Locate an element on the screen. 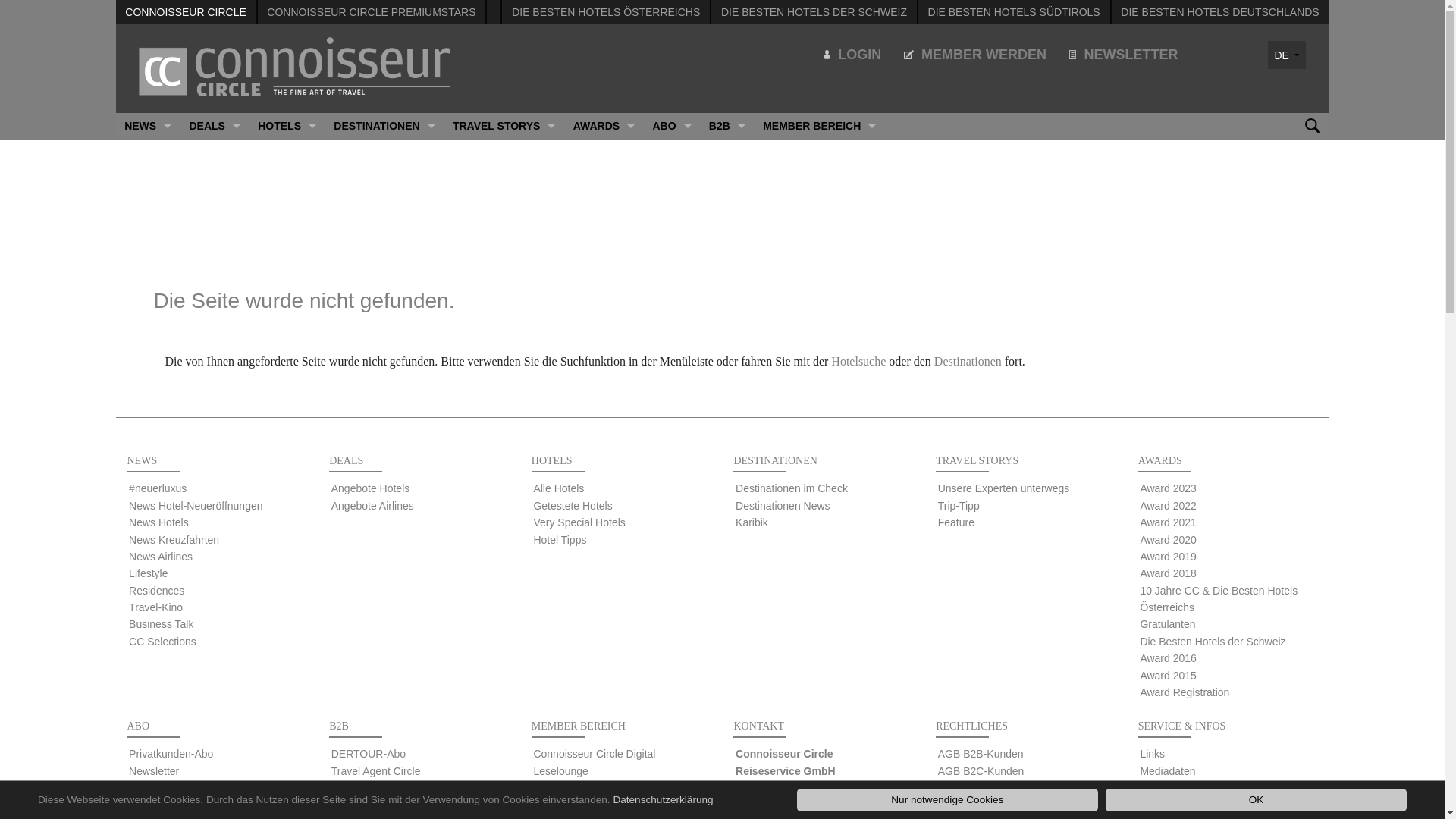  'Links' is located at coordinates (1139, 754).